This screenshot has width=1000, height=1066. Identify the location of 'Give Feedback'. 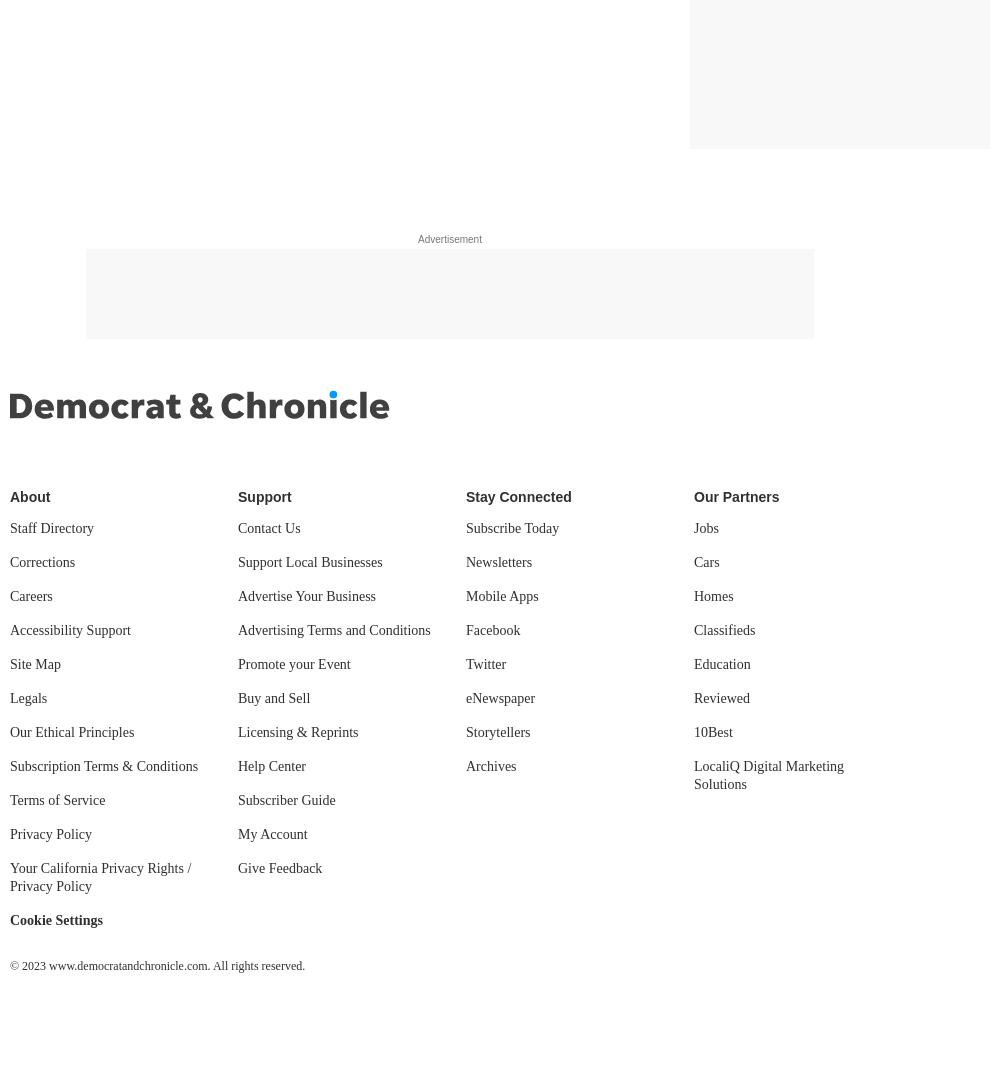
(280, 868).